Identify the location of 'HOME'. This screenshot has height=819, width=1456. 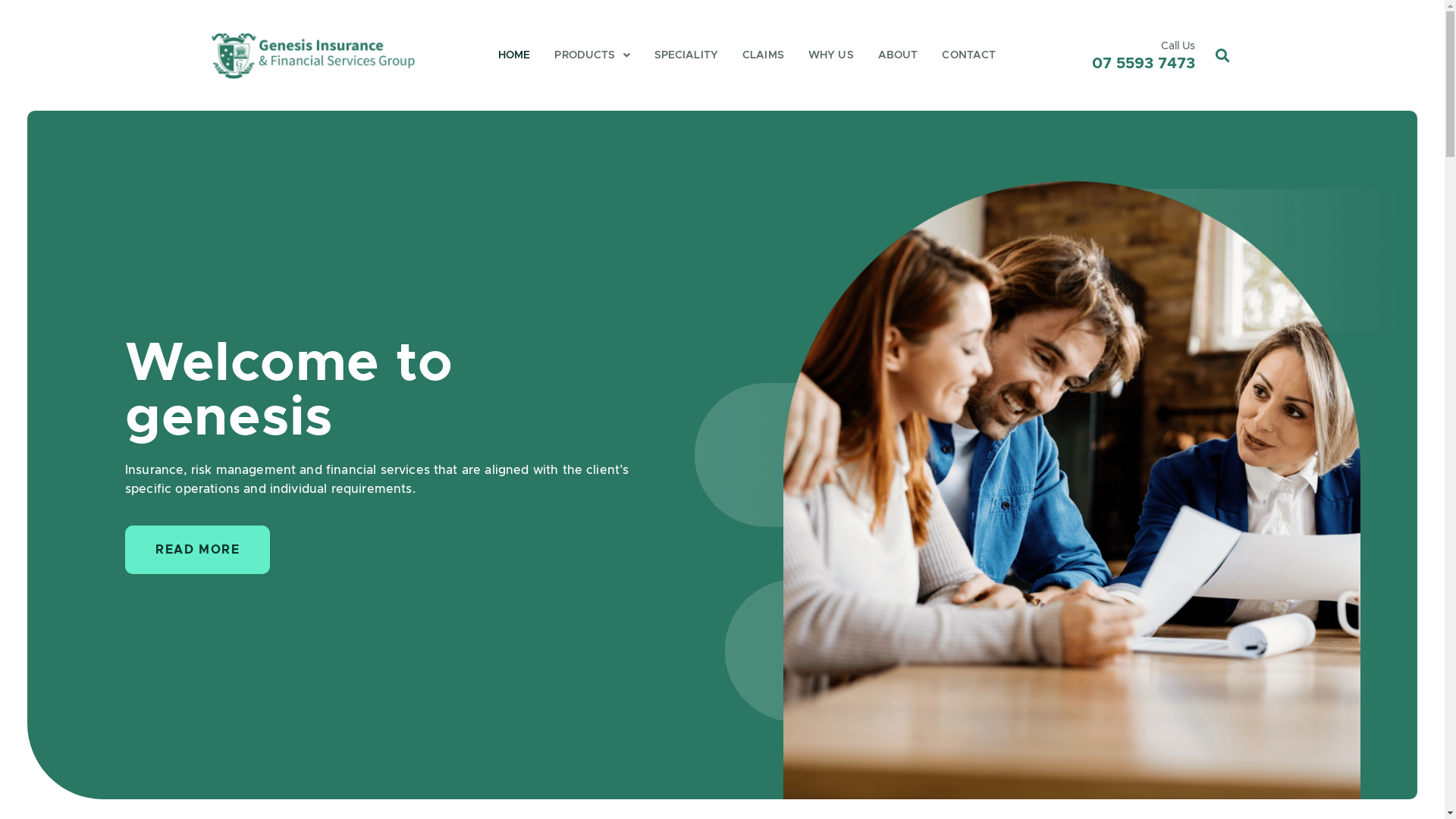
(514, 55).